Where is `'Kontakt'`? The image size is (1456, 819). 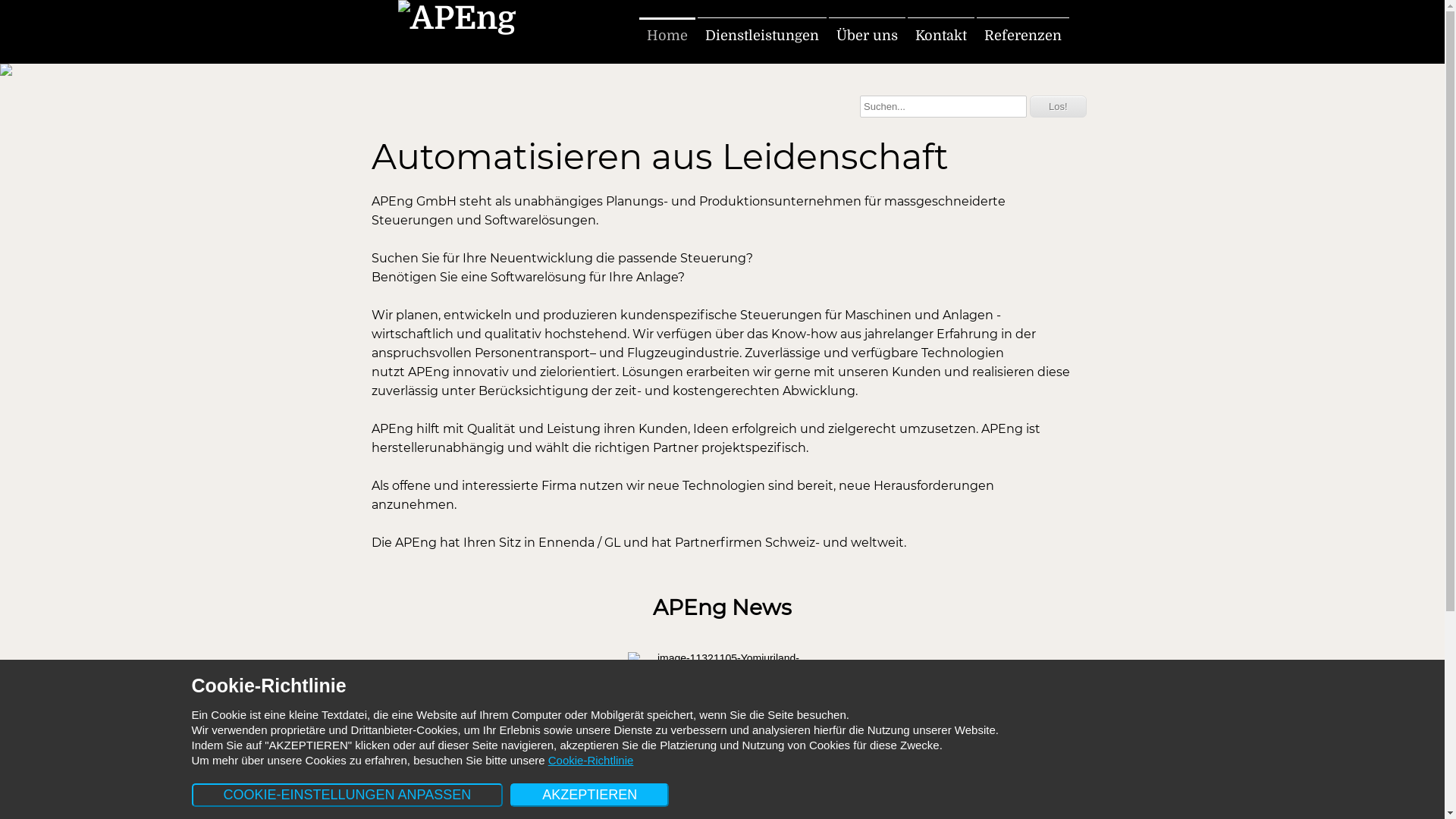 'Kontakt' is located at coordinates (939, 34).